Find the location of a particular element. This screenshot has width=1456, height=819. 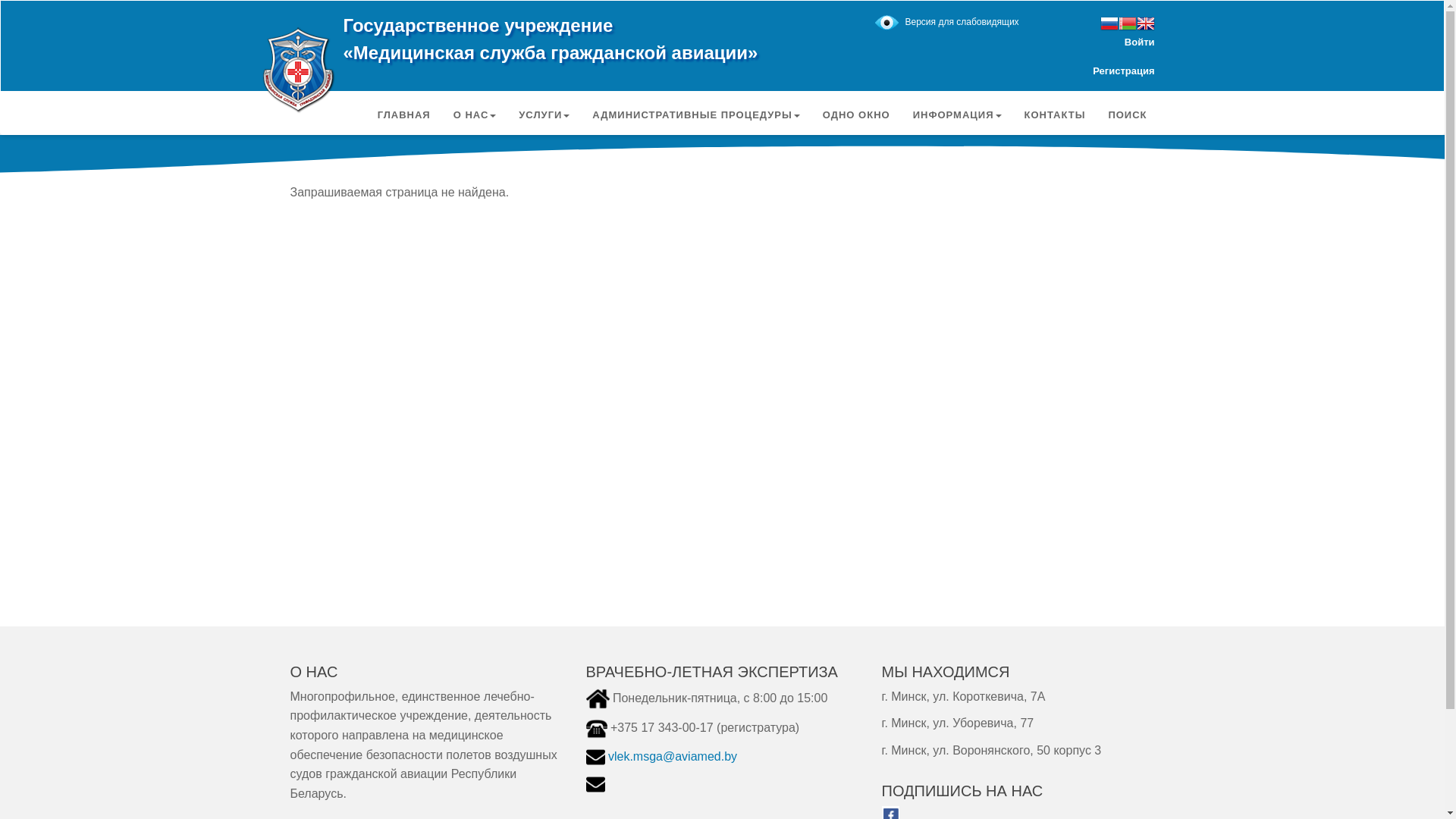

'Belarusian' is located at coordinates (1127, 24).